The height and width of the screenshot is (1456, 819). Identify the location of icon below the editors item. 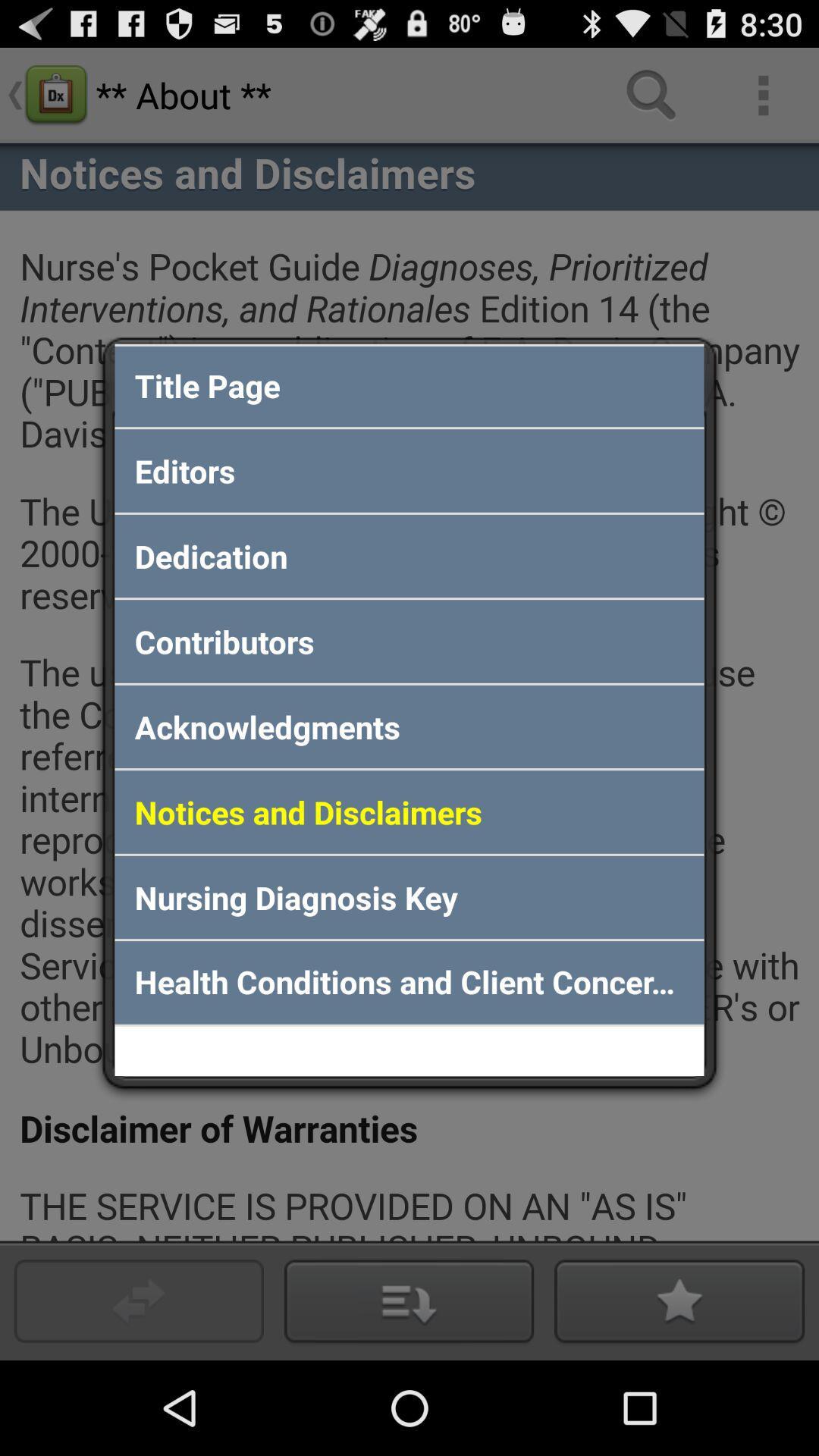
(409, 555).